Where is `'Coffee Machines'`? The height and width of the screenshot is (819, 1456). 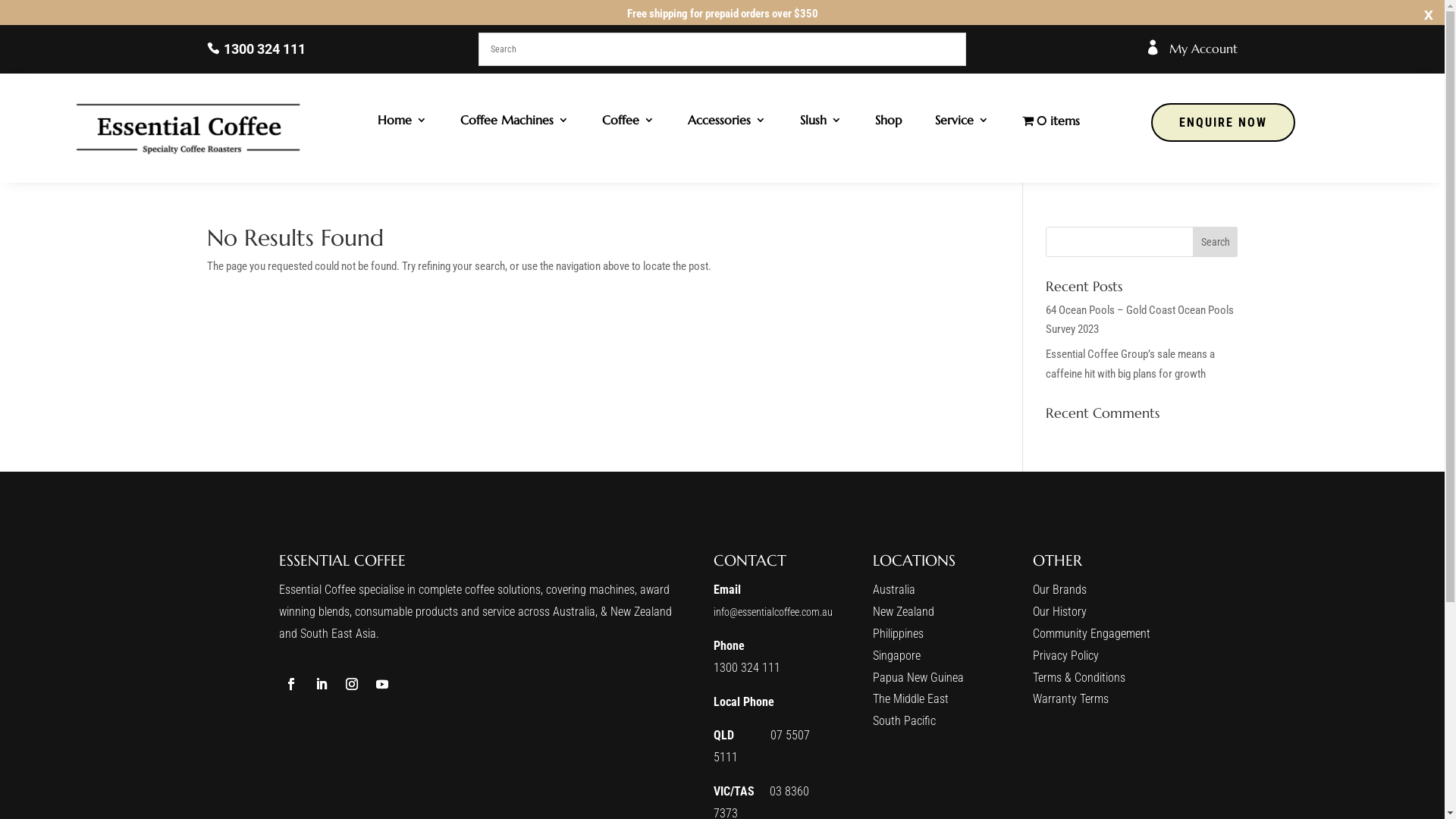 'Coffee Machines' is located at coordinates (514, 122).